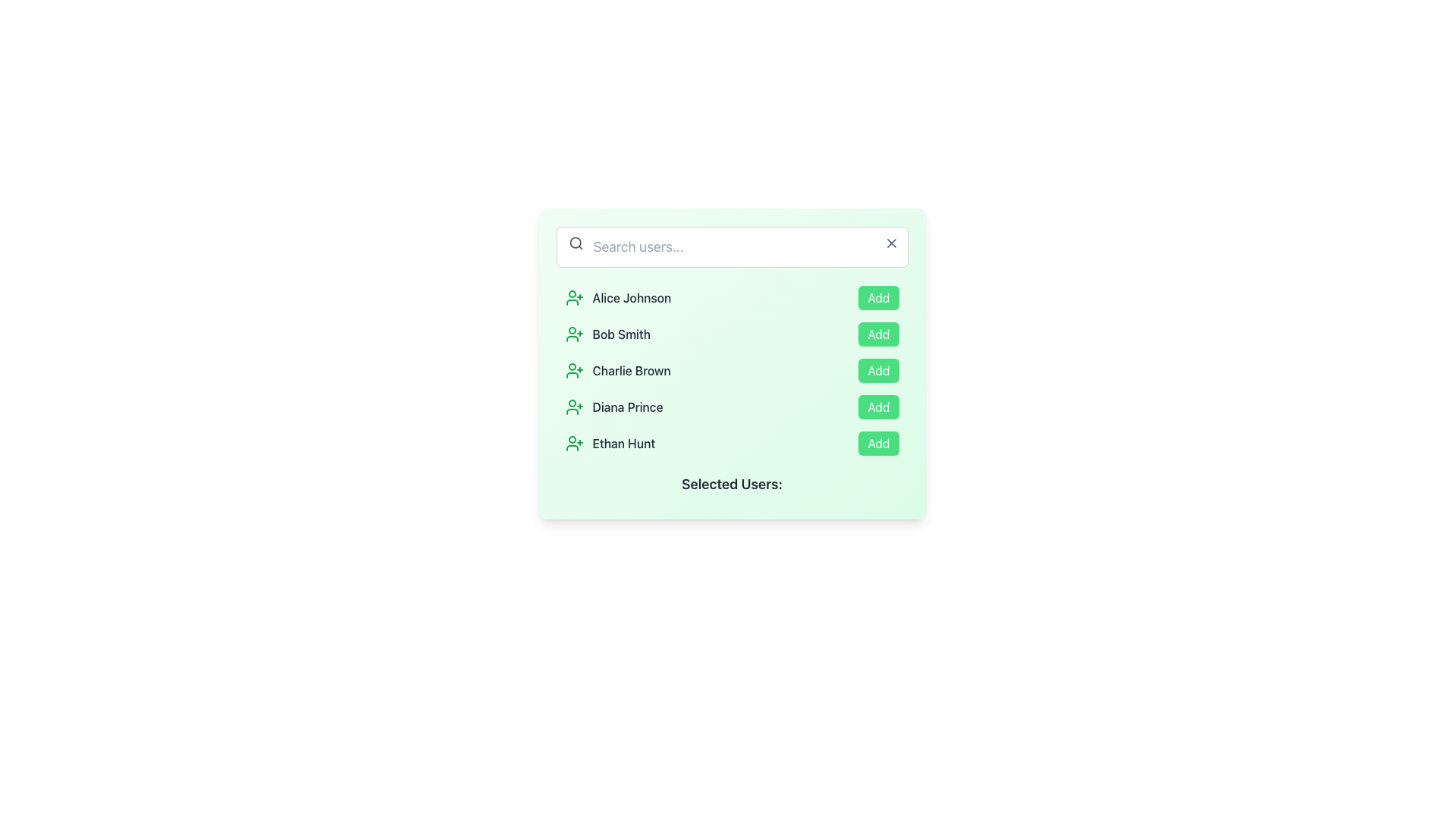 This screenshot has height=819, width=1456. Describe the element at coordinates (878, 333) in the screenshot. I see `the button to the right of 'Bob Smith'` at that location.